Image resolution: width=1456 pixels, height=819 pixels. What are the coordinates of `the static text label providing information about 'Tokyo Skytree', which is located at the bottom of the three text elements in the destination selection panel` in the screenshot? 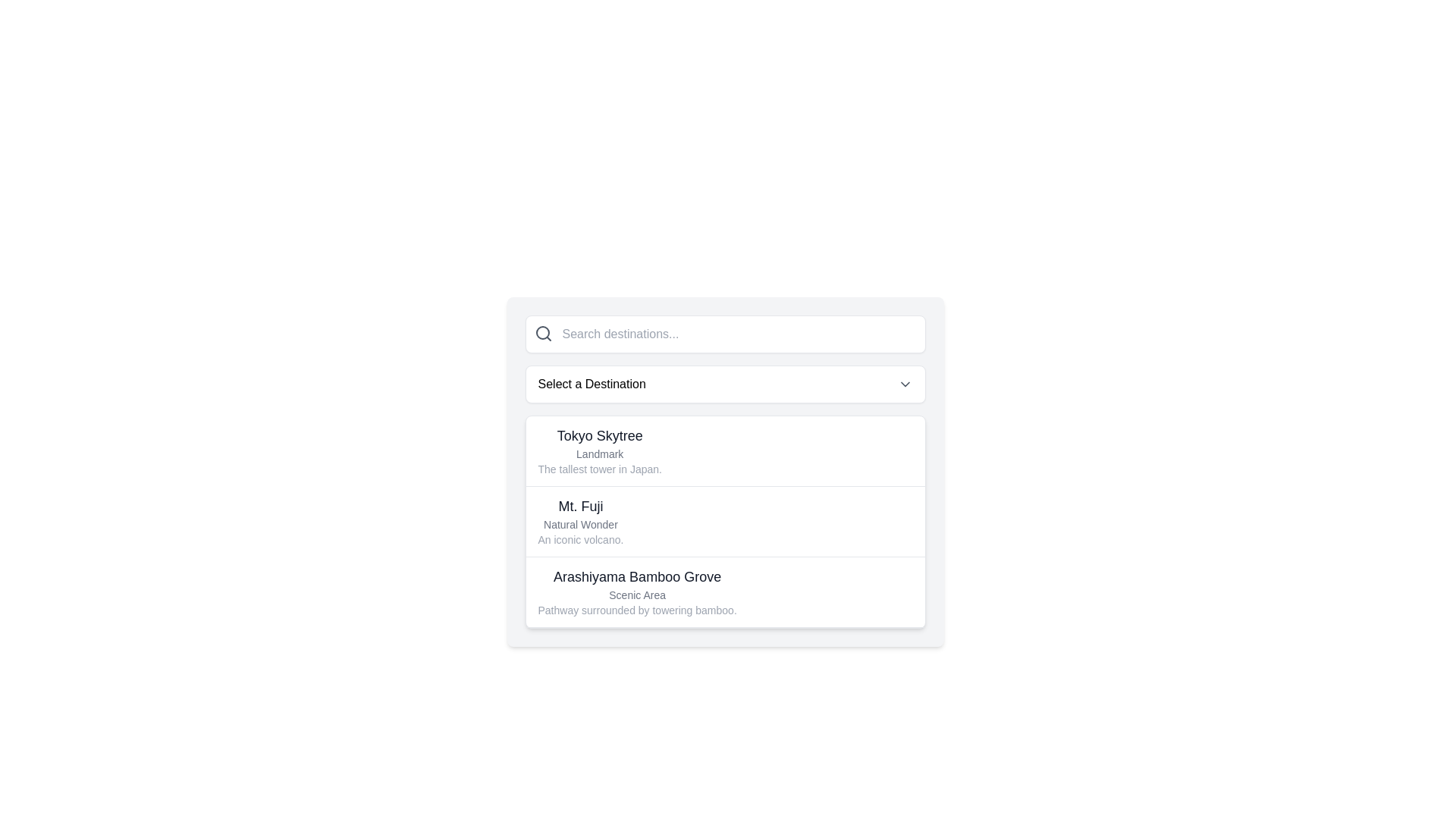 It's located at (599, 468).